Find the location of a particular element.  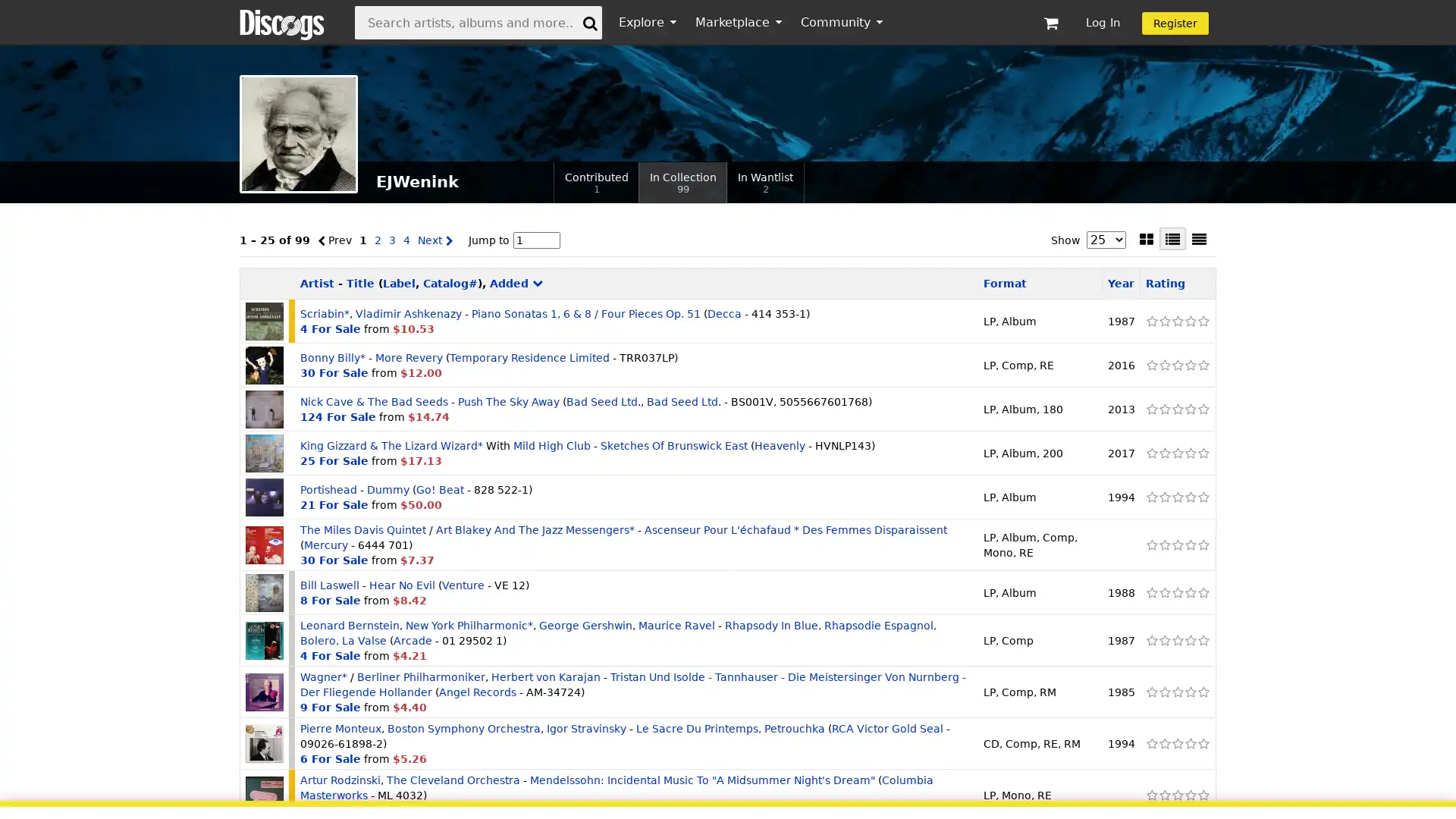

Rate this release 5 stars. is located at coordinates (1202, 592).